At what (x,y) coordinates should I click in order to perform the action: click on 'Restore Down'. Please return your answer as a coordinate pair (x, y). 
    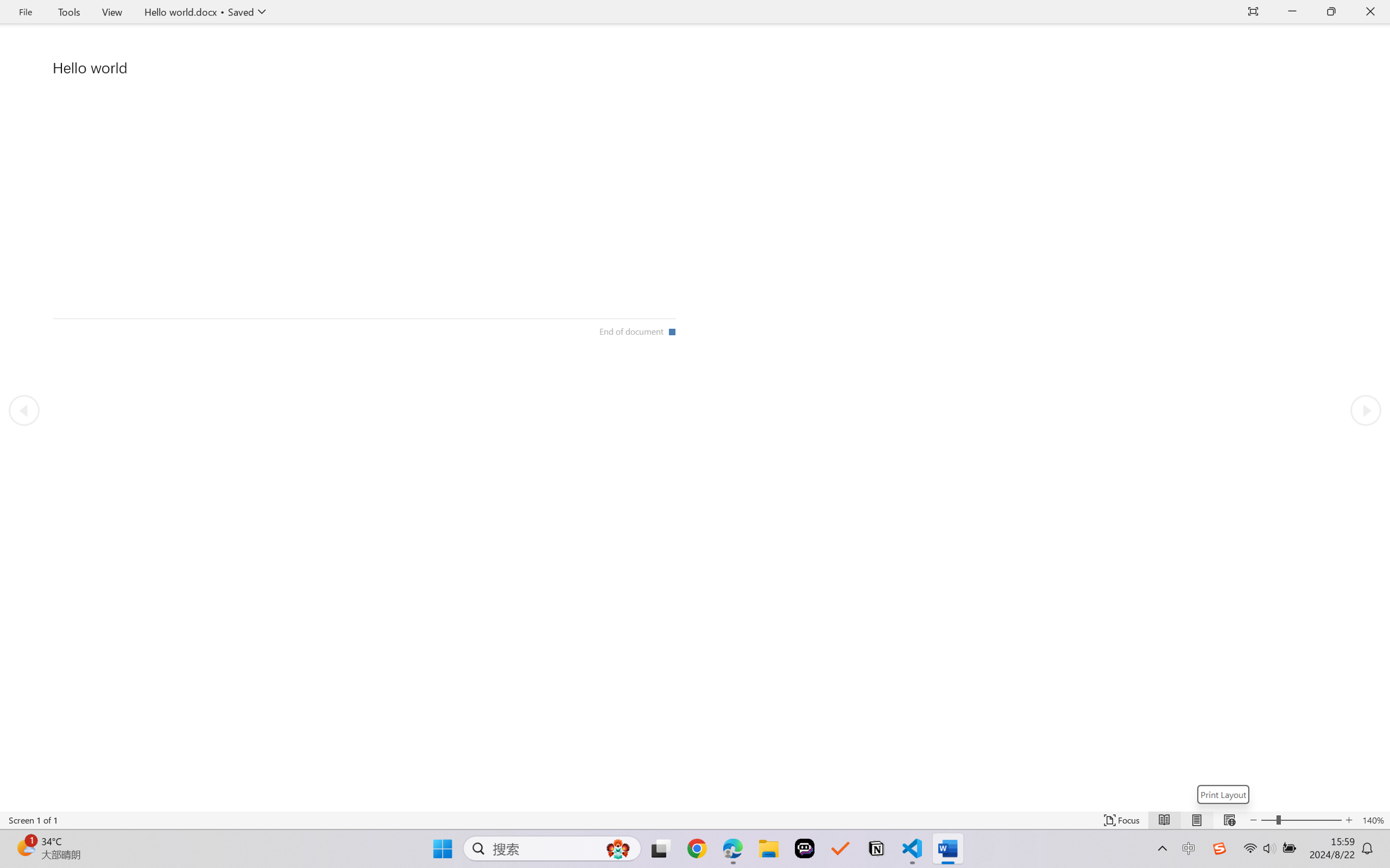
    Looking at the image, I should click on (1331, 11).